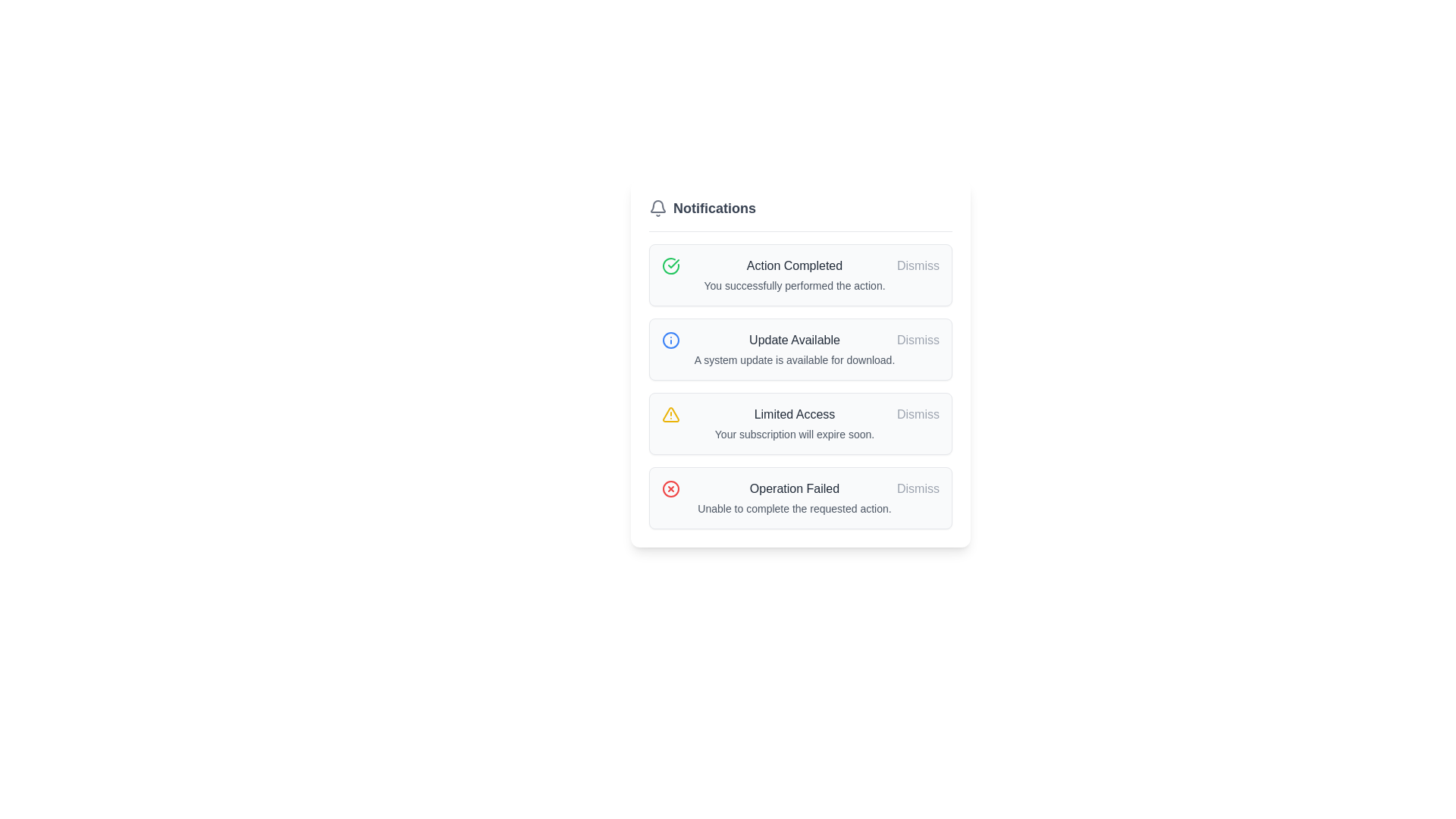 Image resolution: width=1456 pixels, height=819 pixels. Describe the element at coordinates (793, 359) in the screenshot. I see `the text label that provides additional details about the notification, located directly below the title 'Update Available' in the notification list` at that location.